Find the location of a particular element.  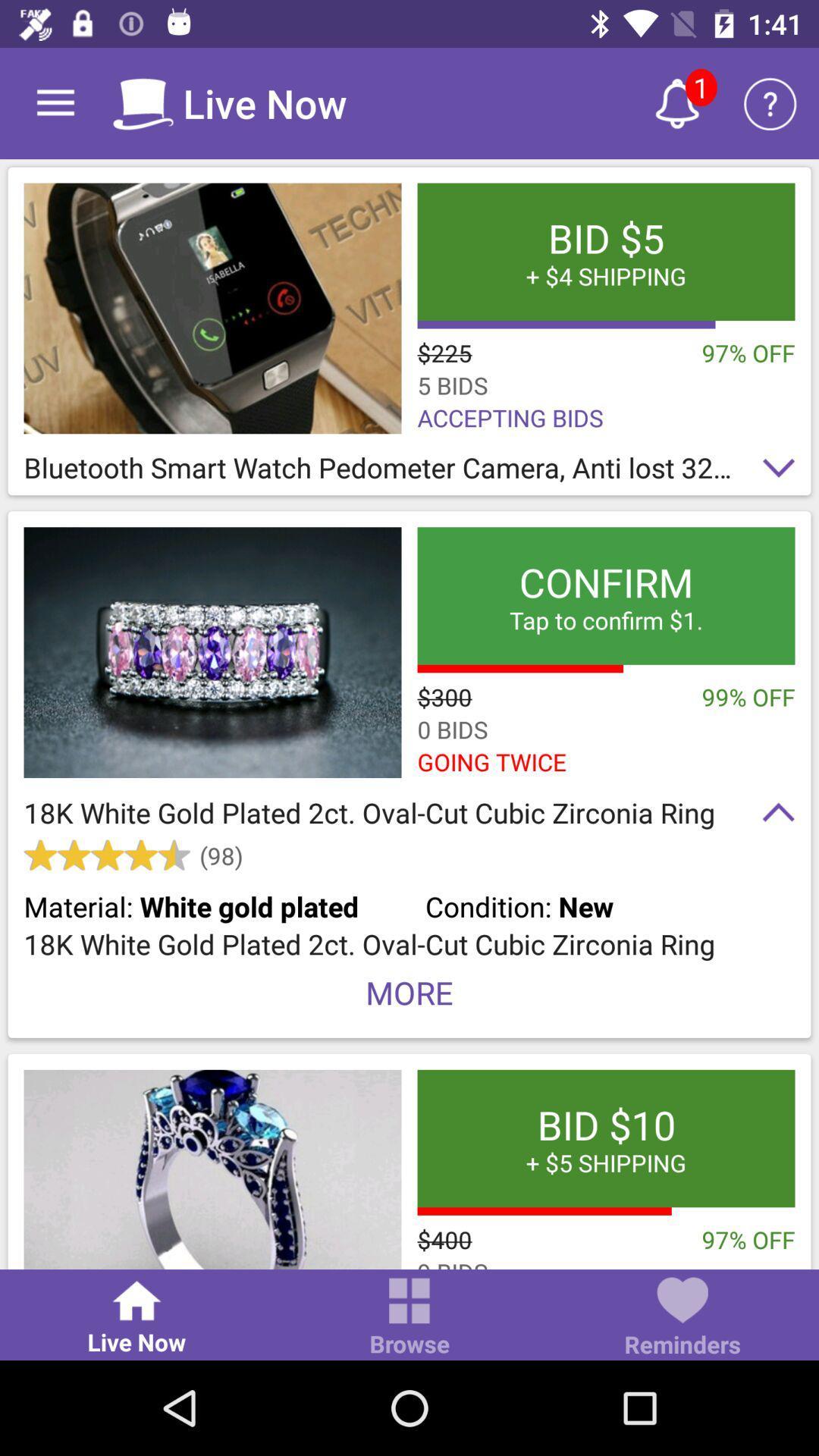

open the picture of the ring is located at coordinates (212, 1169).